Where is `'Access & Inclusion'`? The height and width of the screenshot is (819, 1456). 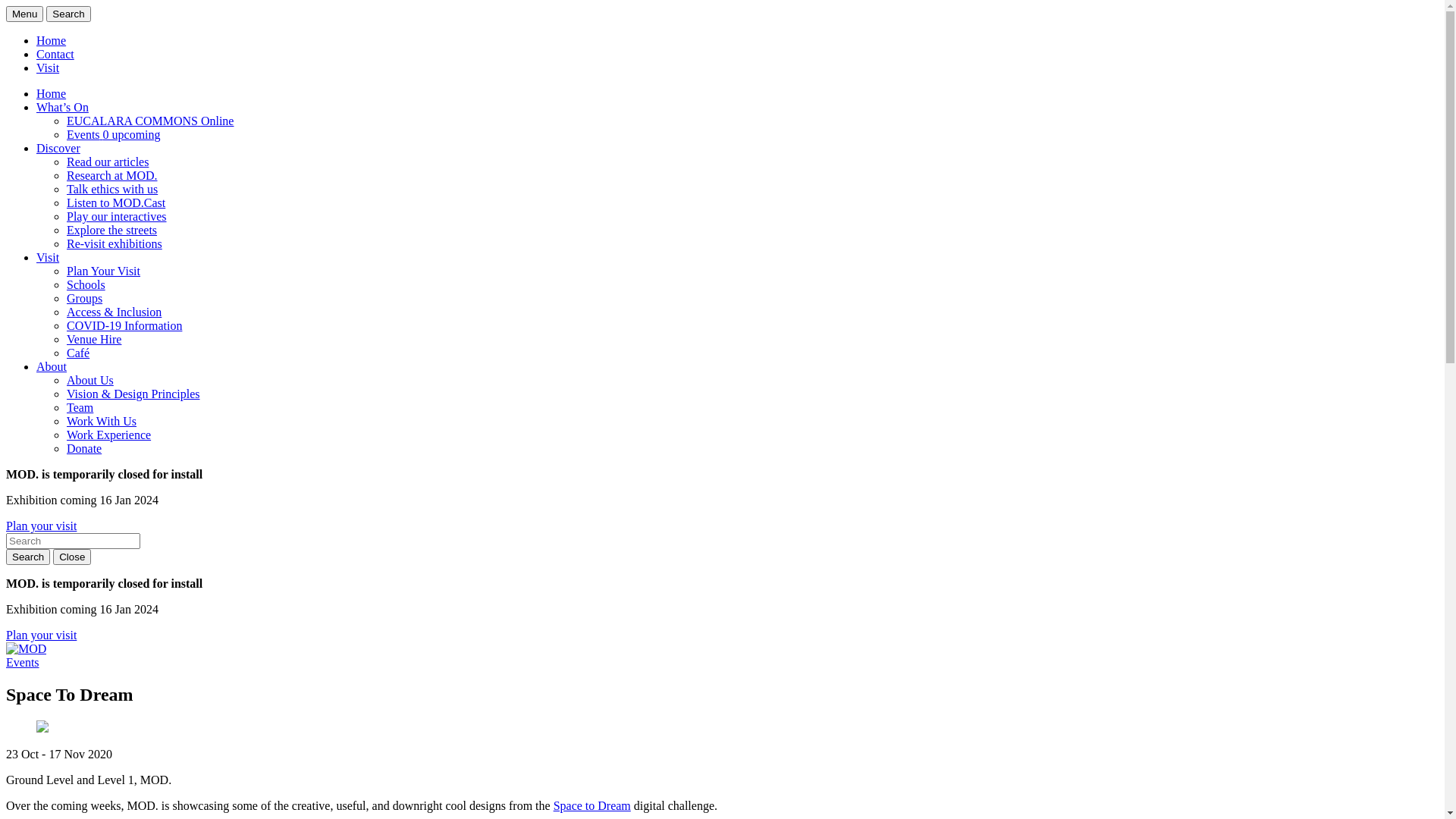
'Access & Inclusion' is located at coordinates (113, 311).